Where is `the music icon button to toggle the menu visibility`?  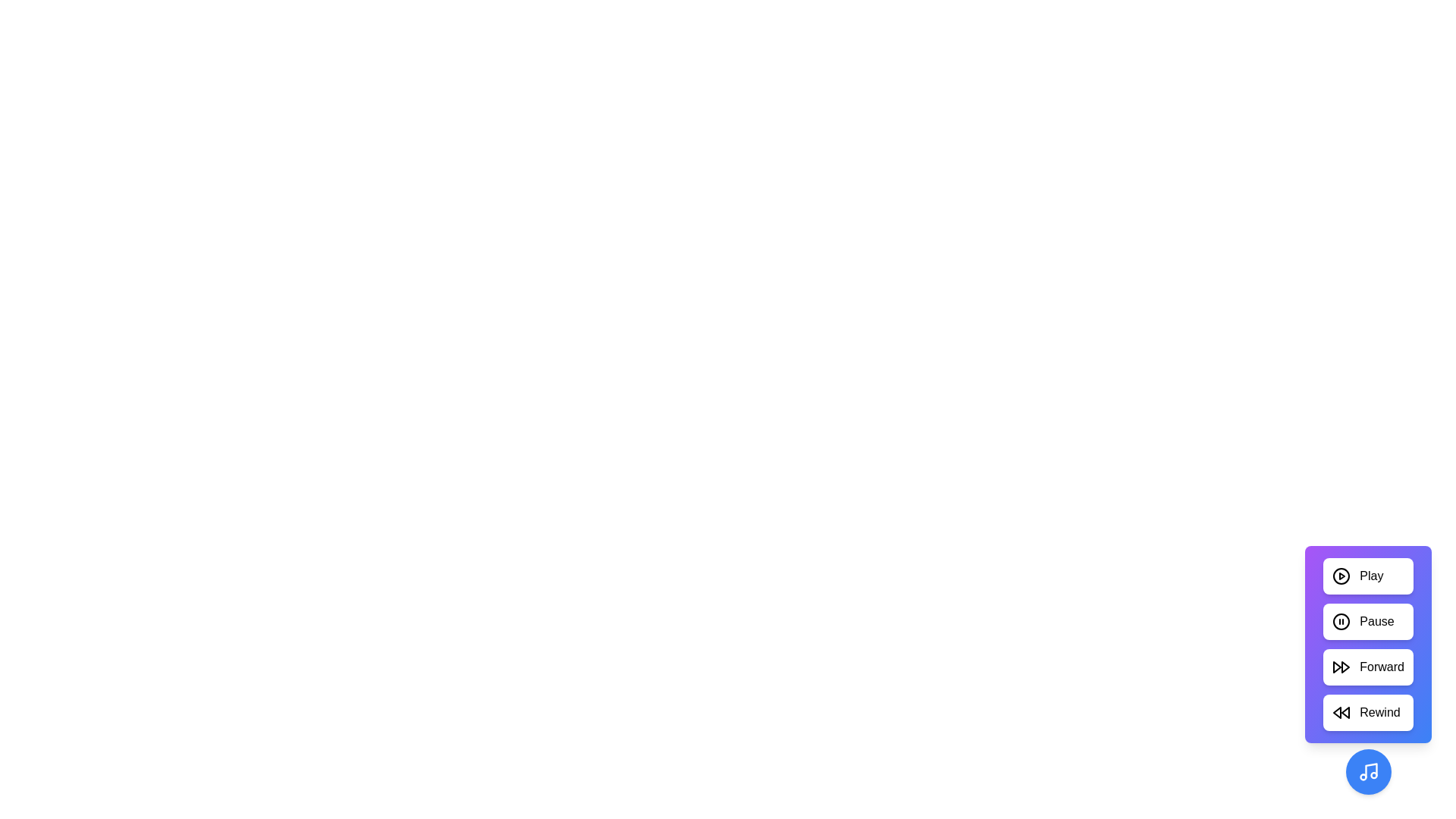
the music icon button to toggle the menu visibility is located at coordinates (1368, 772).